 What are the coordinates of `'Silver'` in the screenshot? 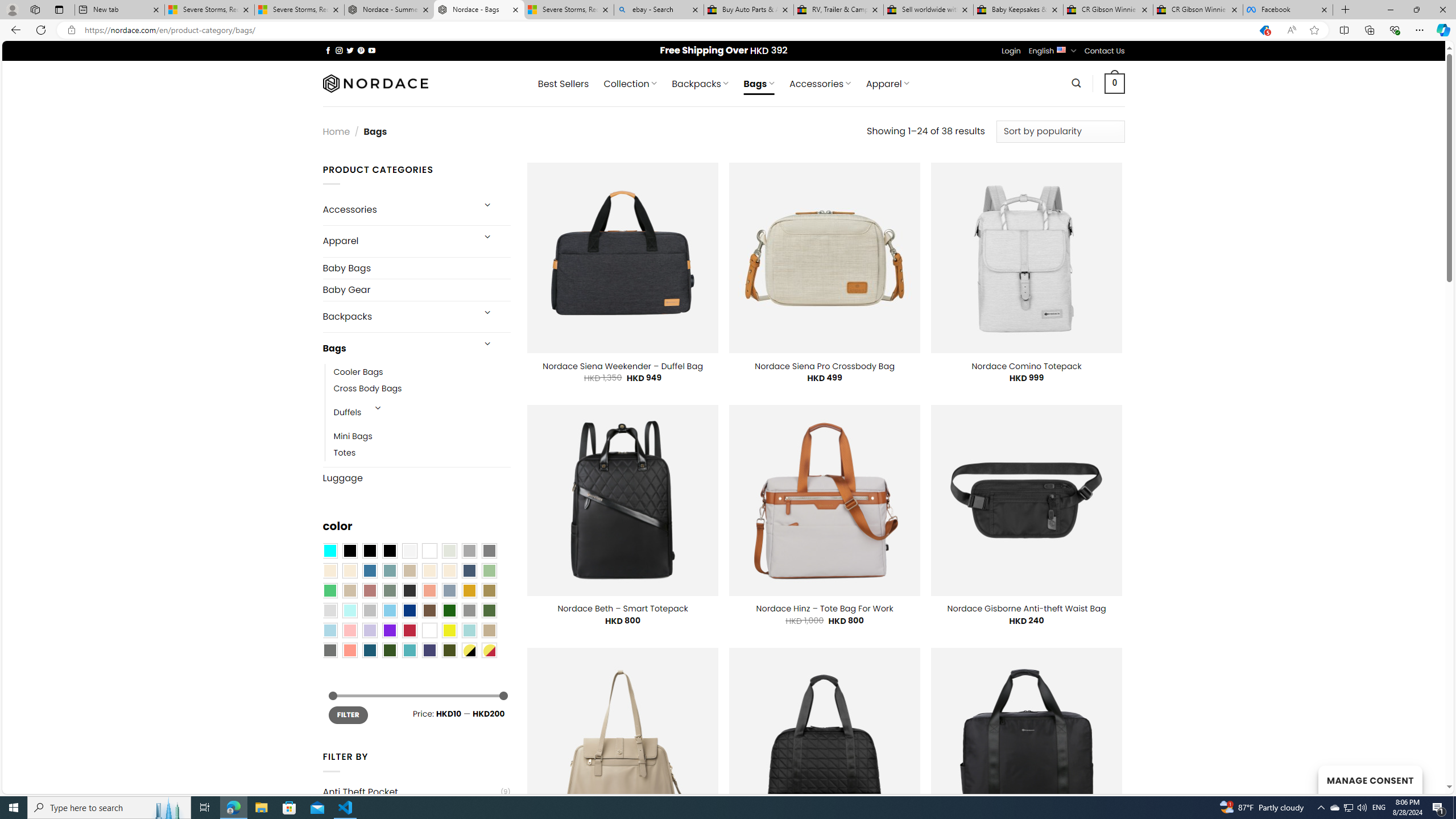 It's located at (369, 610).